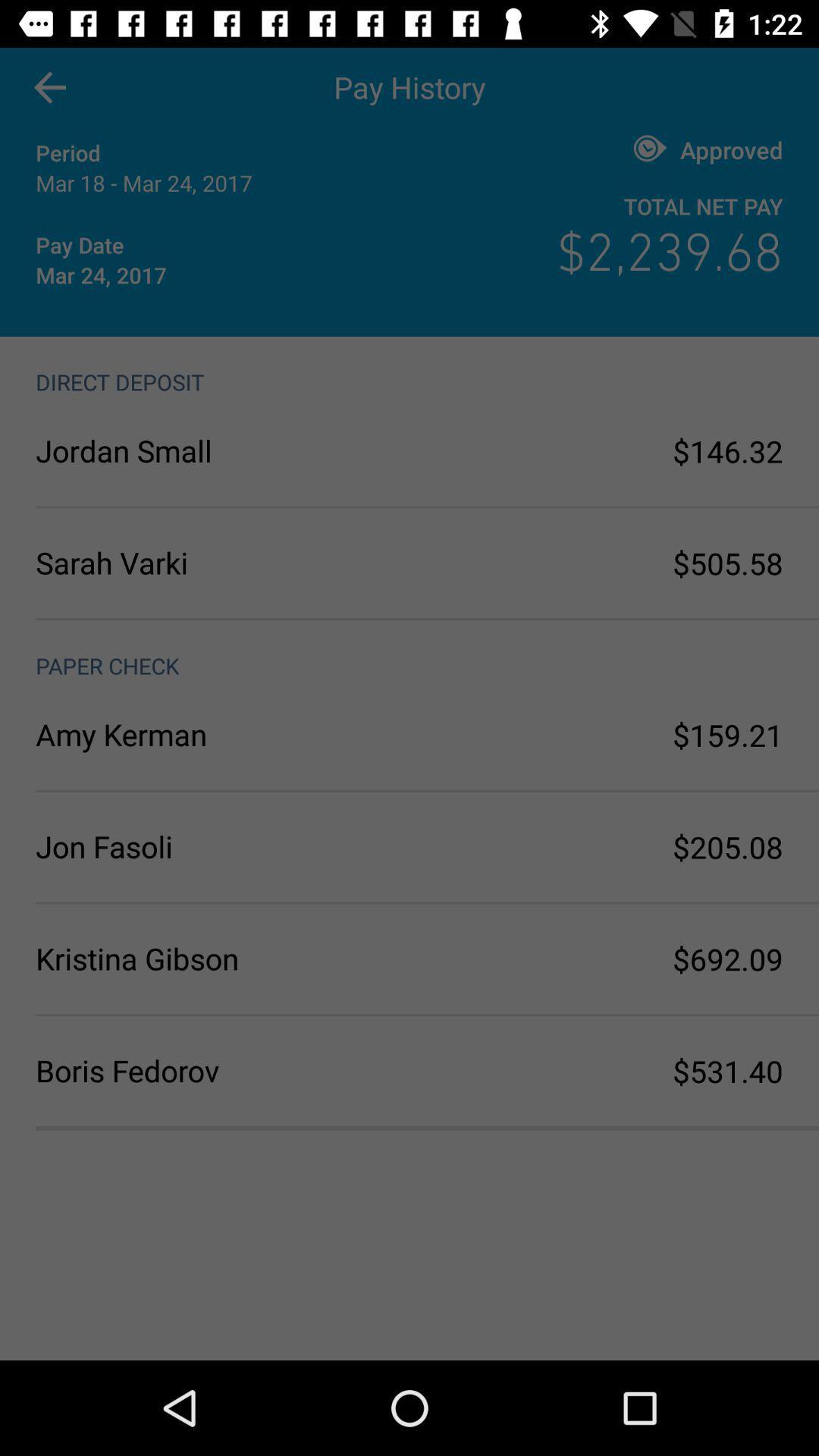 This screenshot has width=819, height=1456. I want to click on the kristina gibson icon, so click(222, 958).